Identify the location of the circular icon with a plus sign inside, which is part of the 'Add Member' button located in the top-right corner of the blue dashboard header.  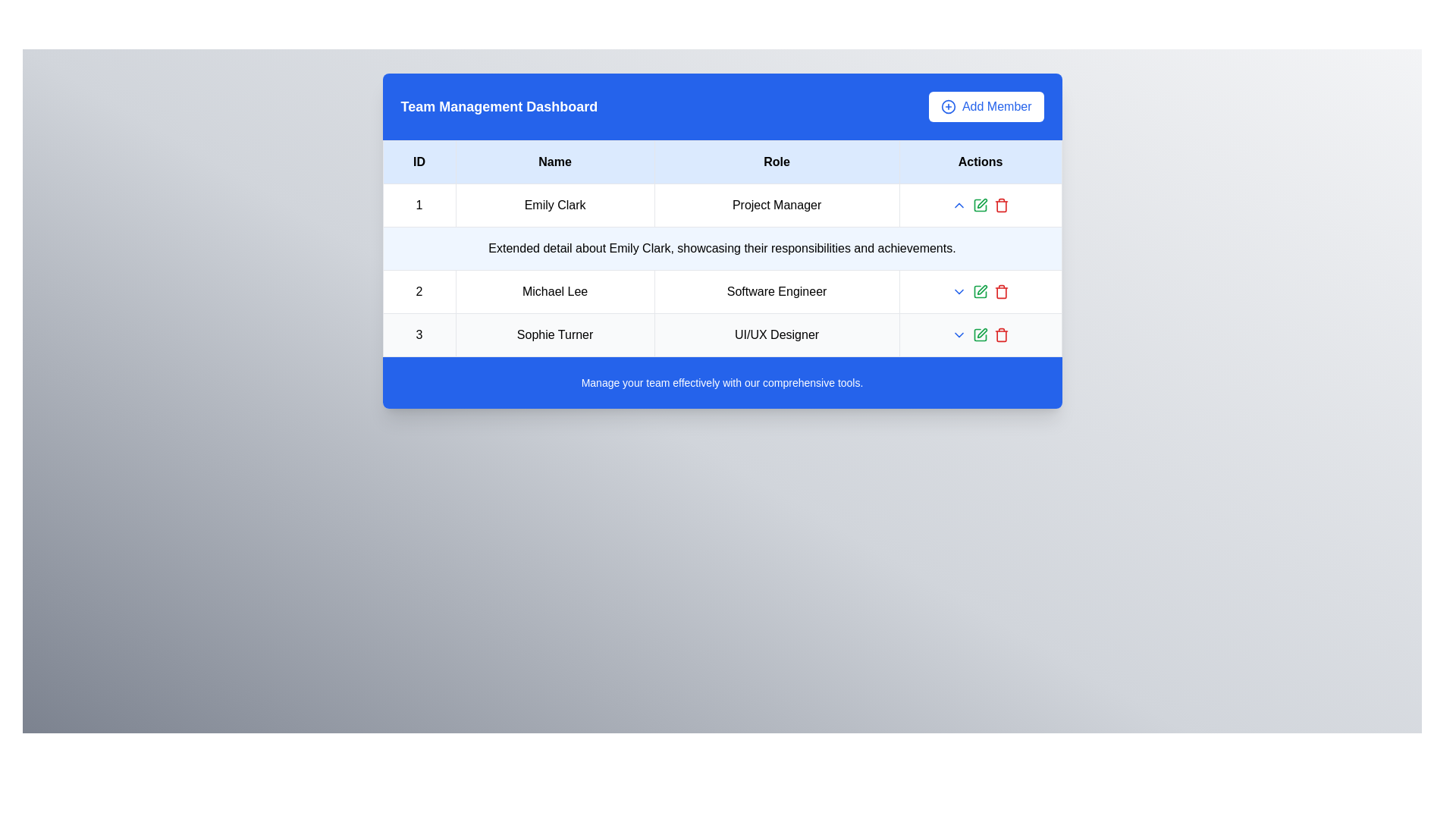
(947, 106).